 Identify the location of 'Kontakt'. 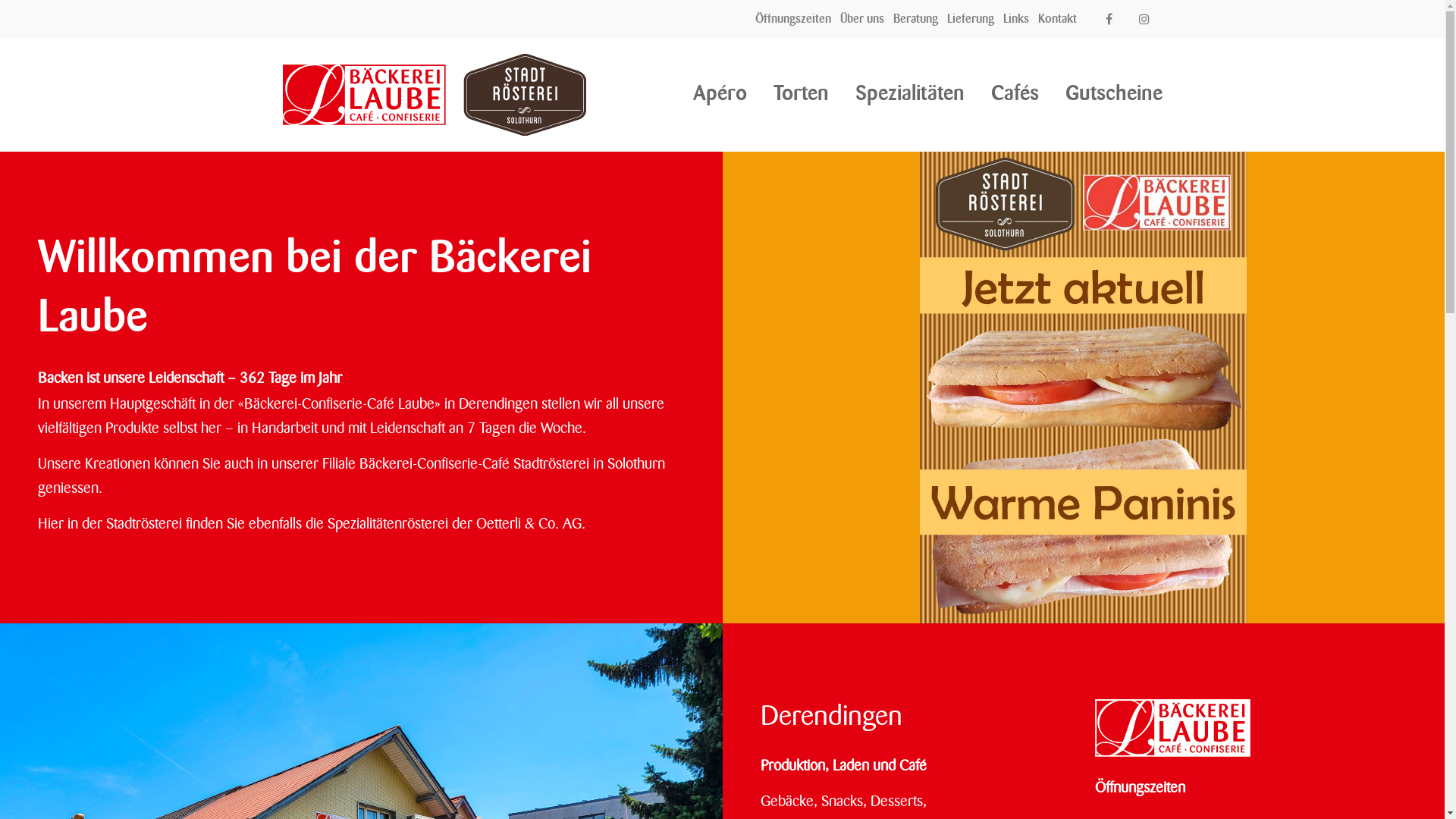
(1056, 18).